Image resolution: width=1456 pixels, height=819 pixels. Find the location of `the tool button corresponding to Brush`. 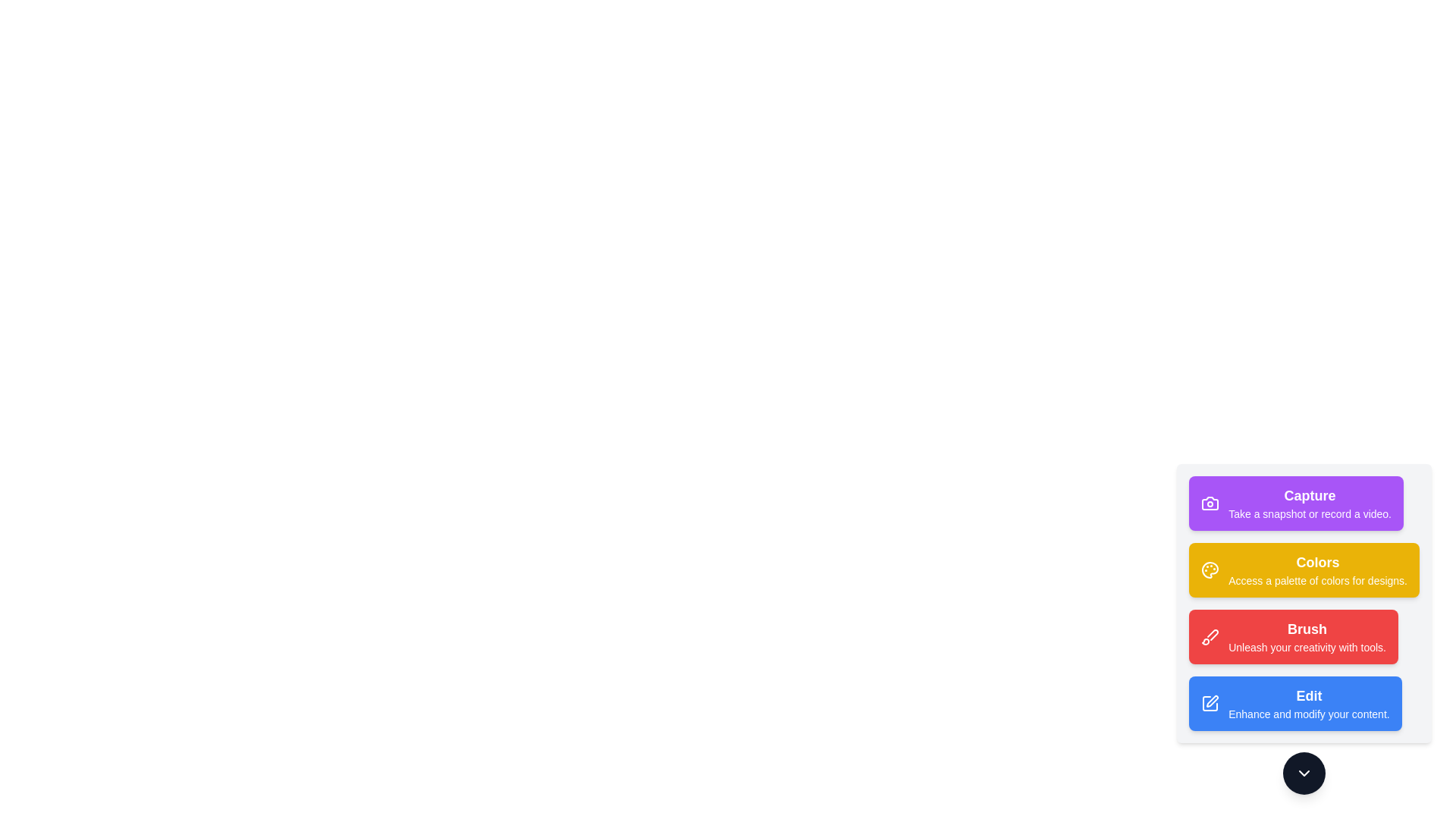

the tool button corresponding to Brush is located at coordinates (1293, 637).